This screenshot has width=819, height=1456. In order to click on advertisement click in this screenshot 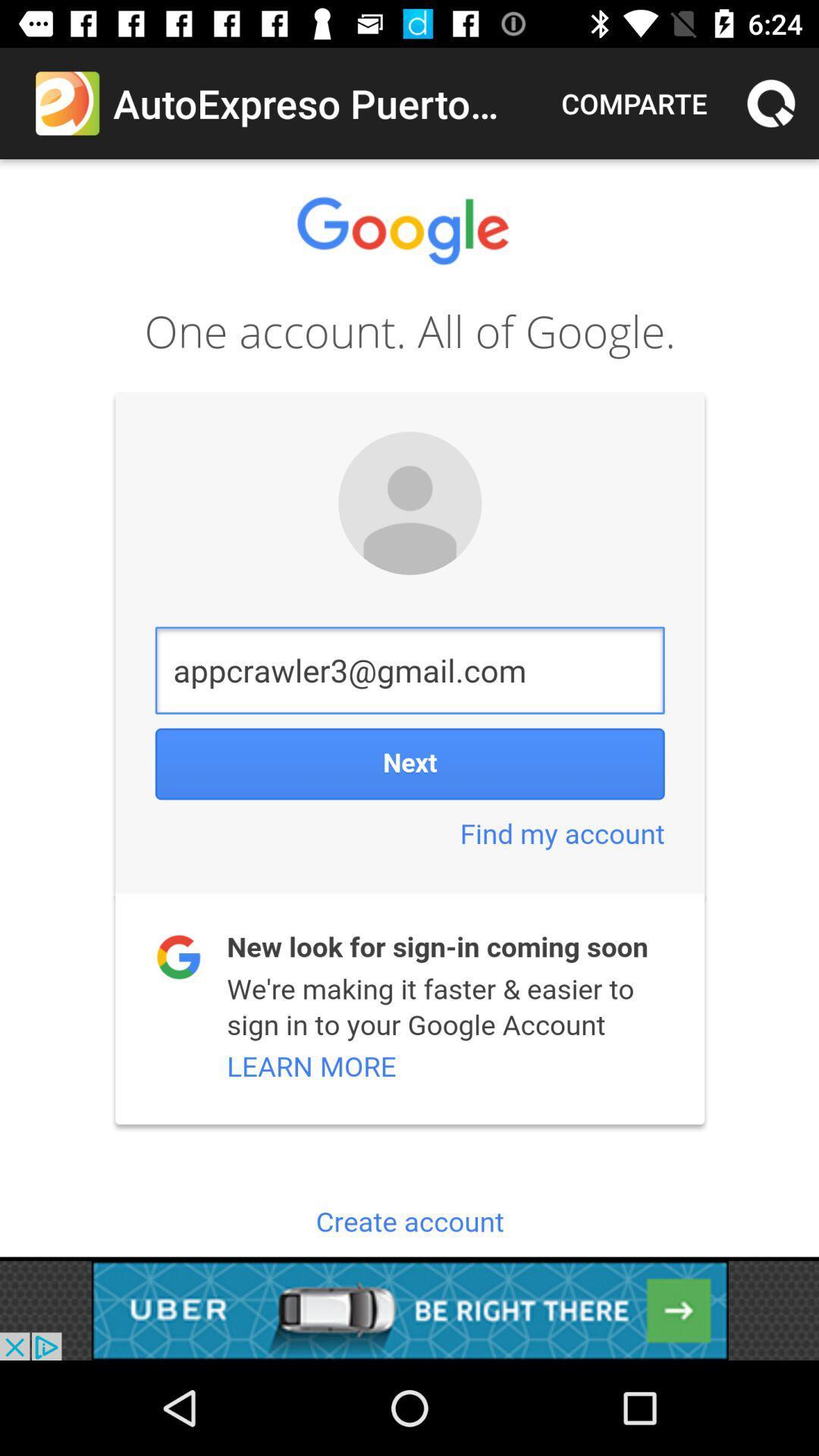, I will do `click(409, 1310)`.